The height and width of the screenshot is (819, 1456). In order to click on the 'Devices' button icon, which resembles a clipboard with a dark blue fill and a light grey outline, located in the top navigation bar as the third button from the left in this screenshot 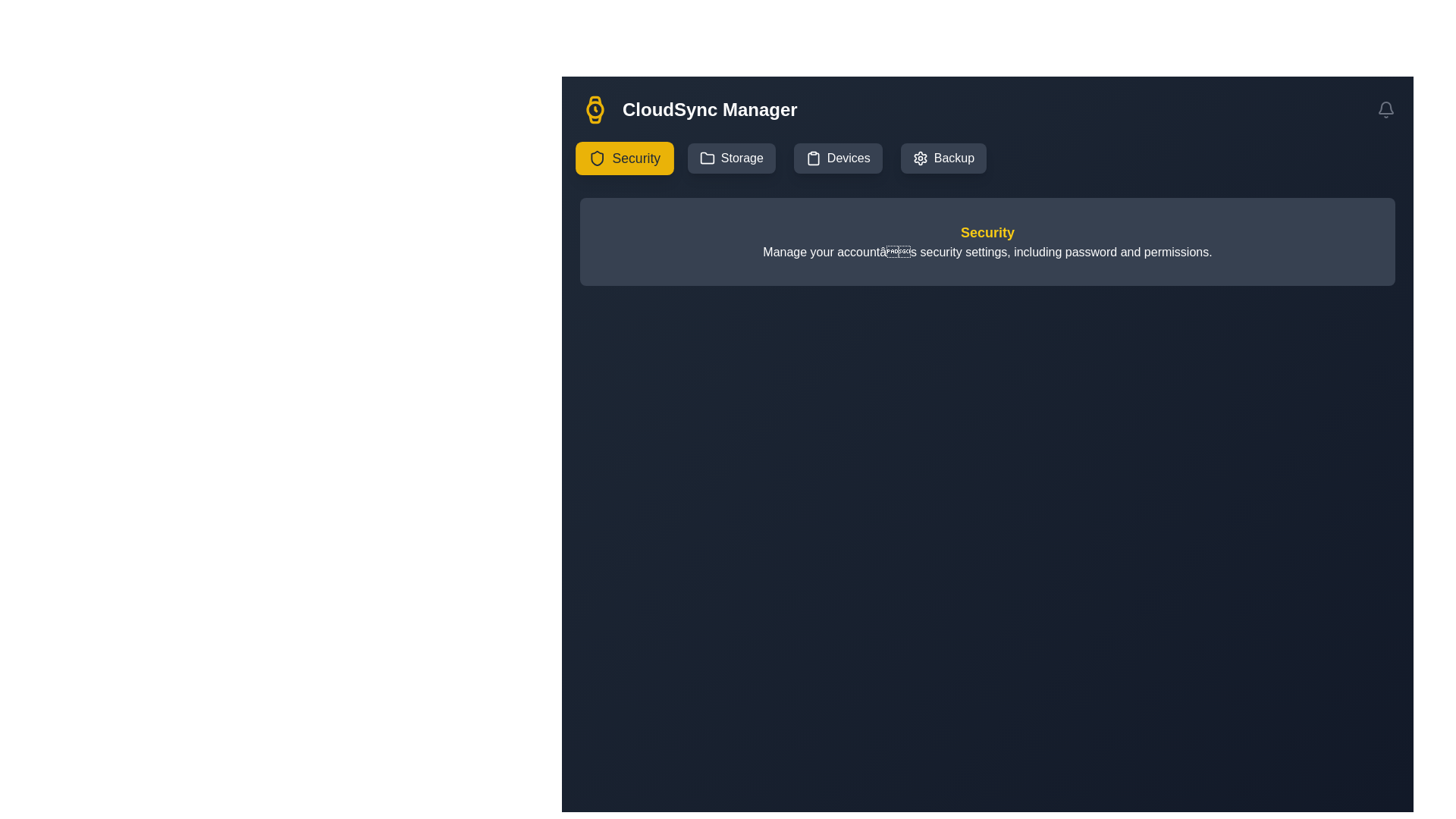, I will do `click(812, 158)`.